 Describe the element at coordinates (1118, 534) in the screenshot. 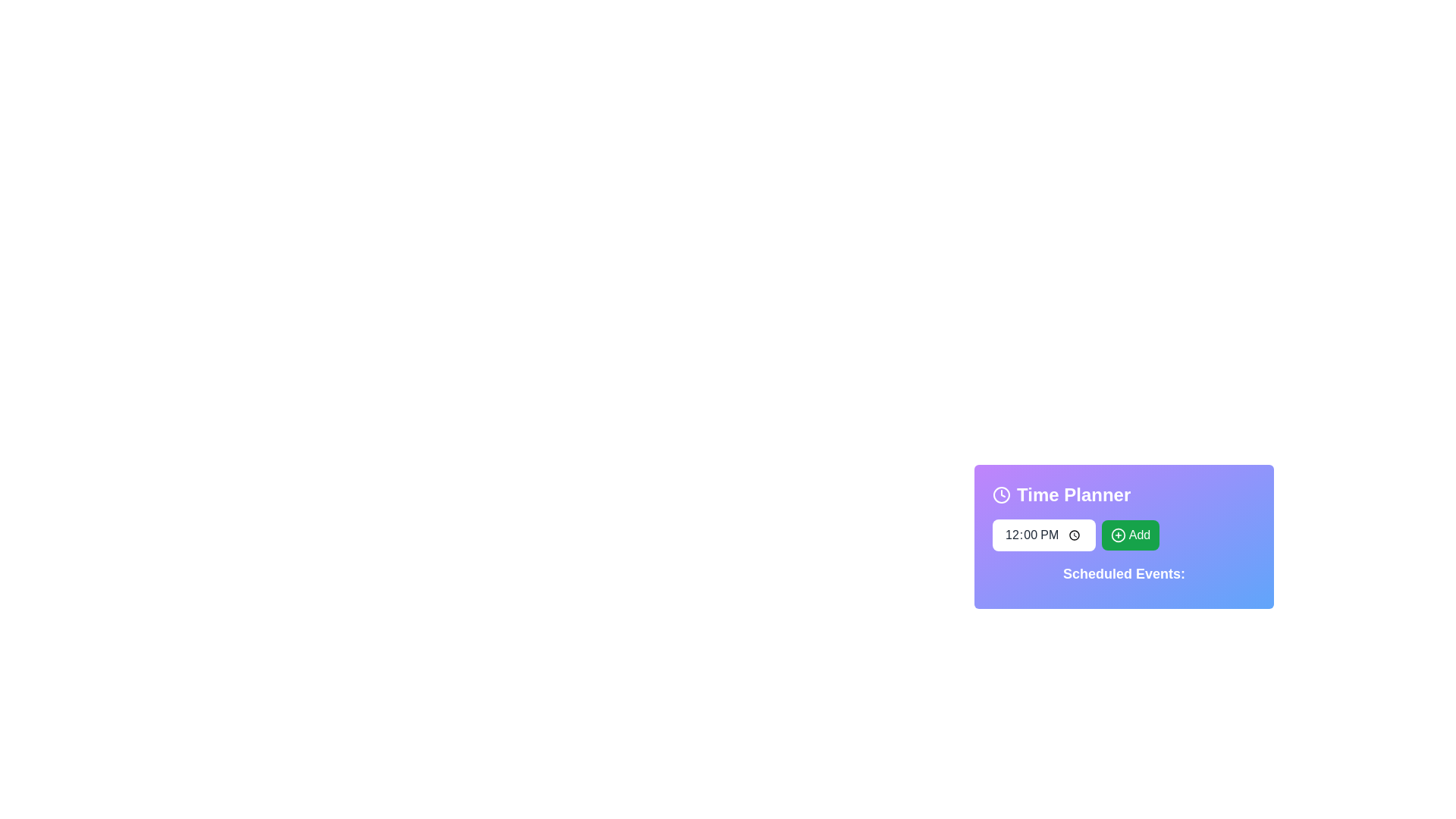

I see `the add icon located on the right-hand side of the 'Add' button` at that location.